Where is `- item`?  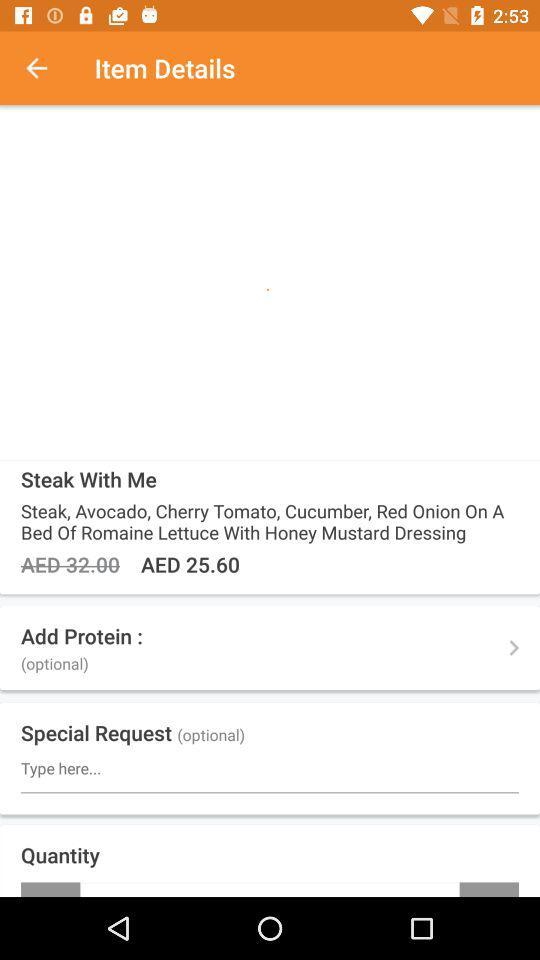 - item is located at coordinates (50, 888).